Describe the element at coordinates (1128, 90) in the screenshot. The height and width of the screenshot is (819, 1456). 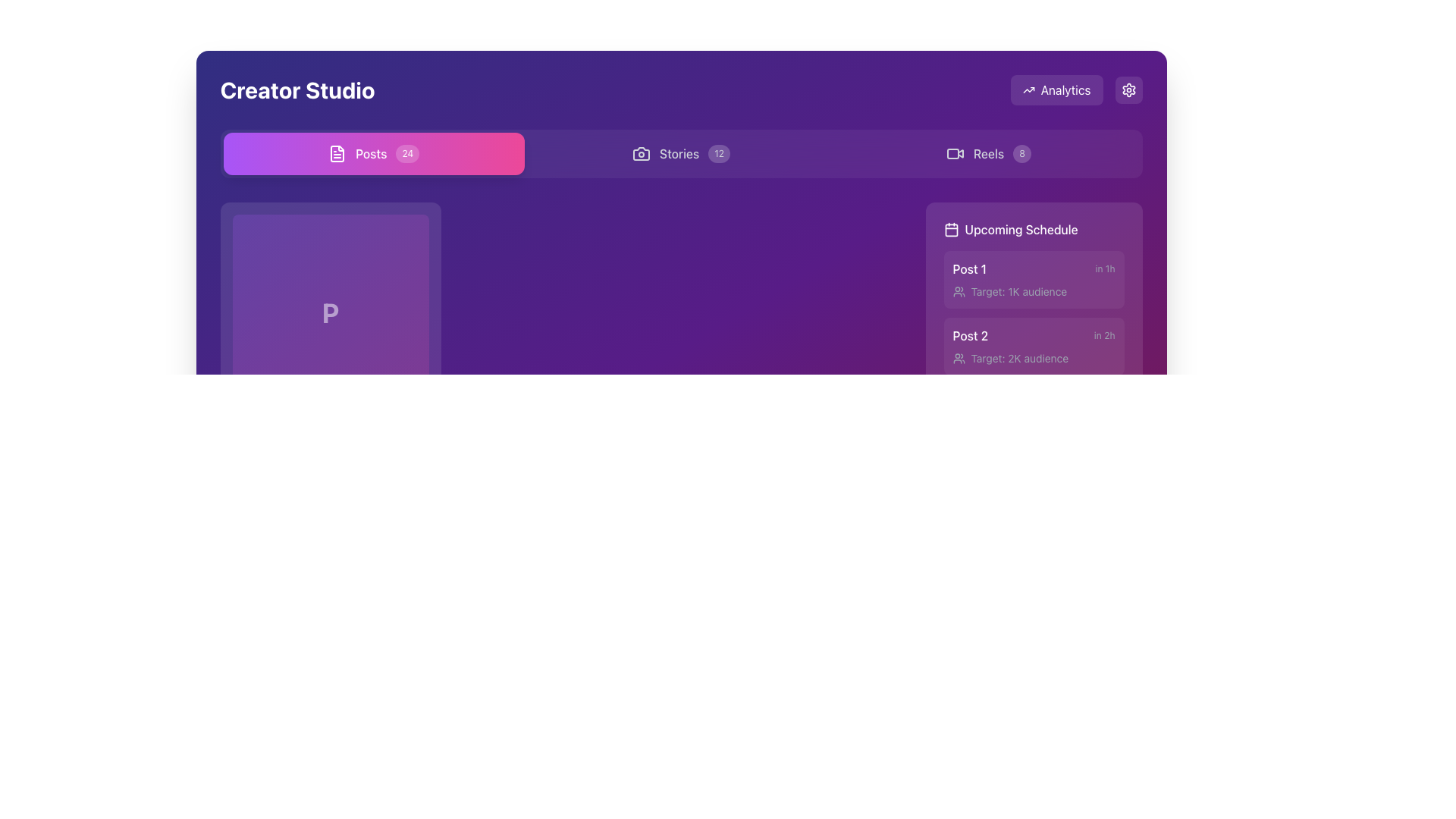
I see `the small gear-like icon button with SVG rendering located in the top-right corner of the interface` at that location.